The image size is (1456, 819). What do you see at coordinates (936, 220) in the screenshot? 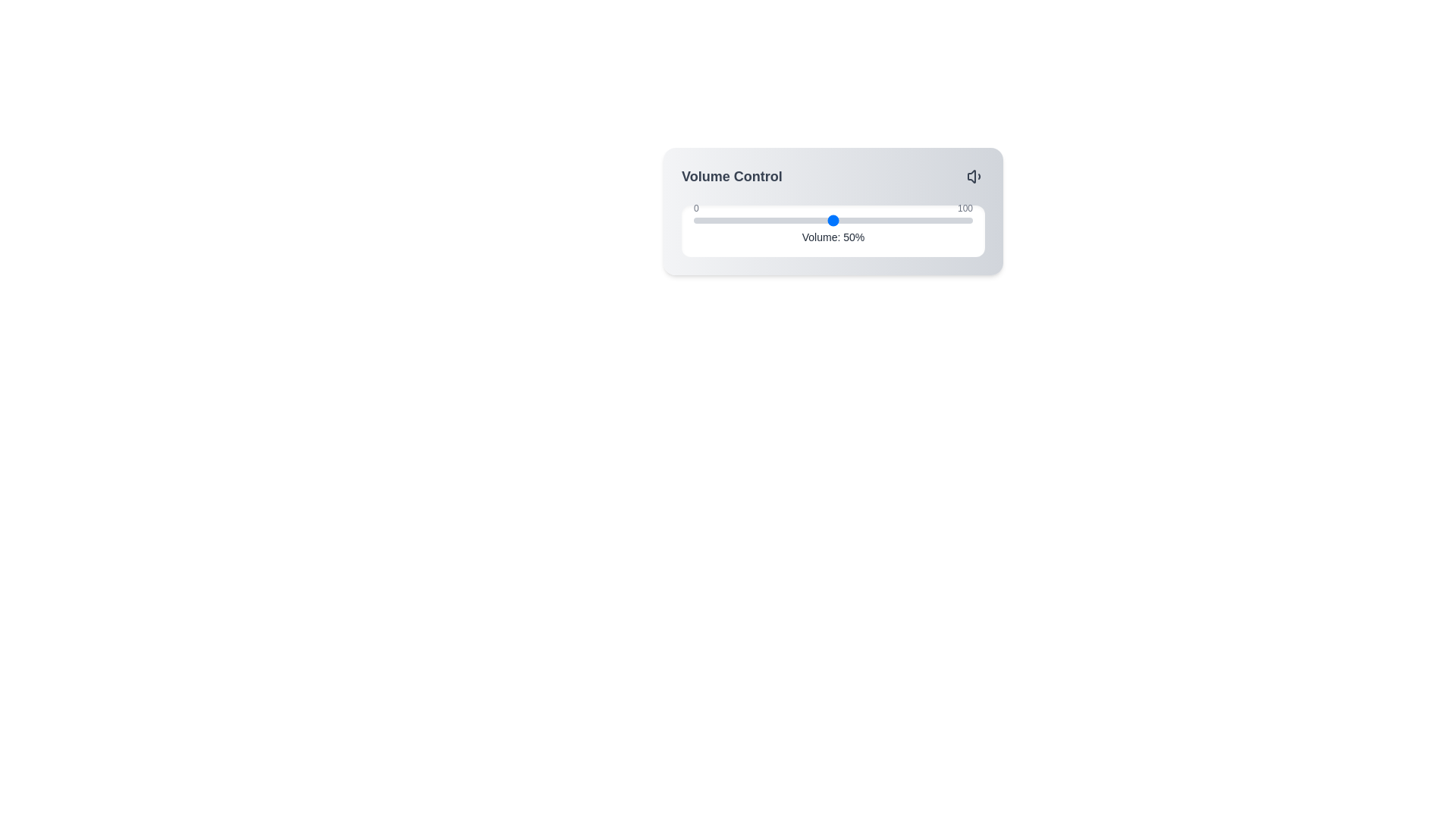
I see `the volume to 87% by dragging the slider` at bounding box center [936, 220].